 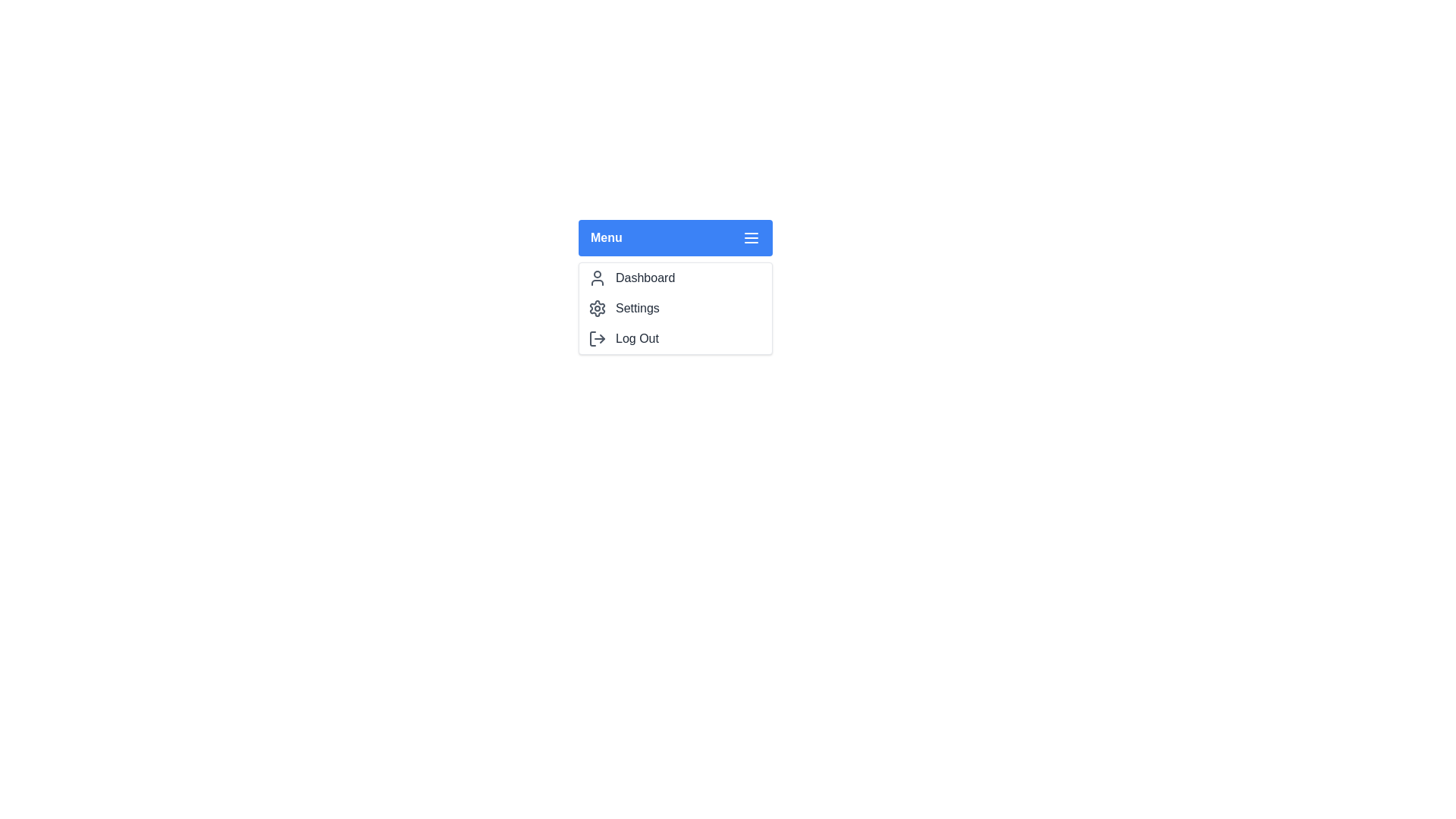 I want to click on the menu option Log Out by clicking on it, so click(x=675, y=338).